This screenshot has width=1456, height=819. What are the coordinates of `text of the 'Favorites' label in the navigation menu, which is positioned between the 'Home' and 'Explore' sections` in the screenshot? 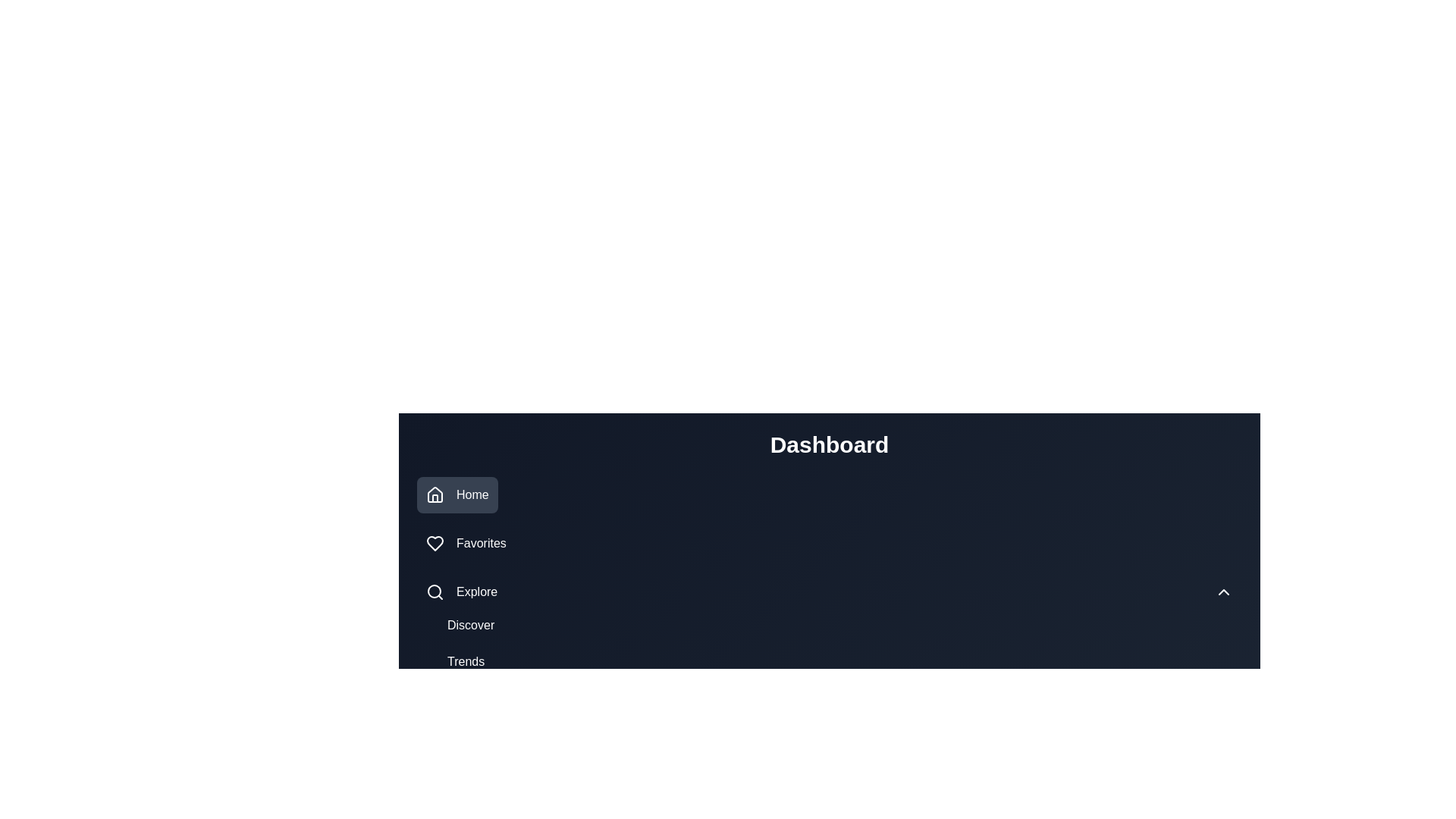 It's located at (480, 543).